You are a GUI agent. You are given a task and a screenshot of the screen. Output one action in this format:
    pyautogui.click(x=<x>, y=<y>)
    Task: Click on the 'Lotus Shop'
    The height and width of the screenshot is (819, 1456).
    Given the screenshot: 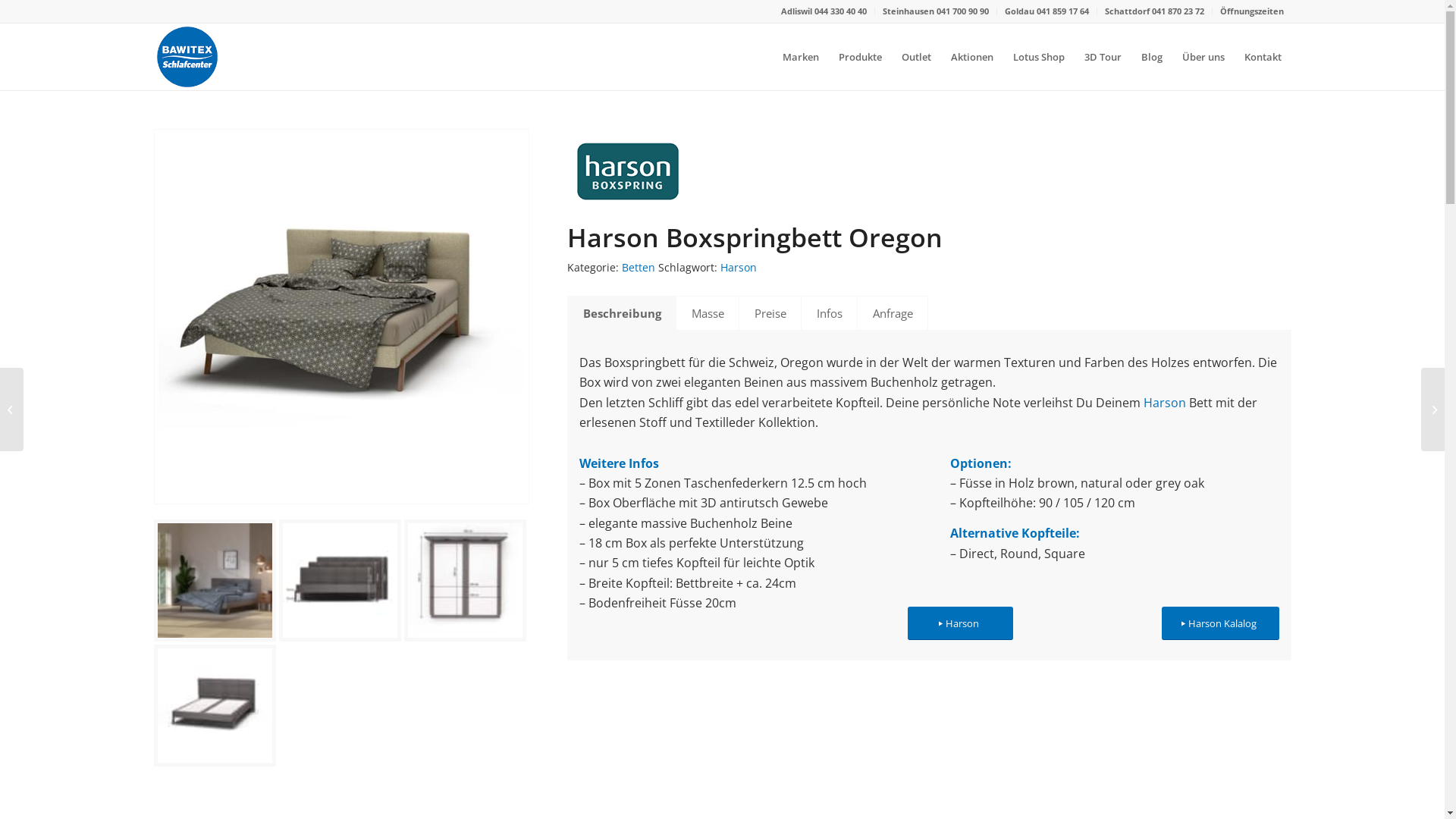 What is the action you would take?
    pyautogui.click(x=1002, y=55)
    